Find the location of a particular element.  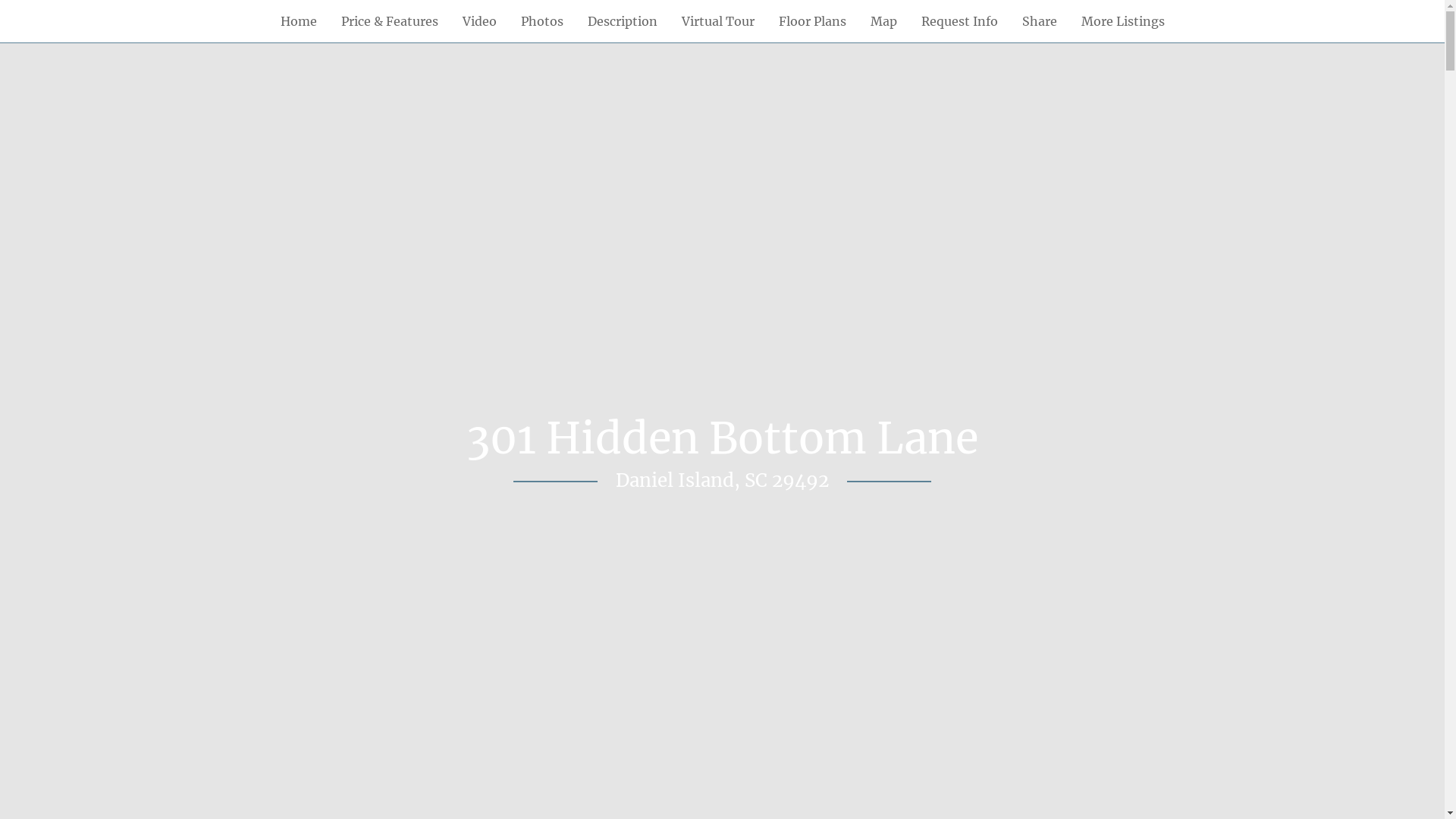

'More Listings' is located at coordinates (1123, 20).